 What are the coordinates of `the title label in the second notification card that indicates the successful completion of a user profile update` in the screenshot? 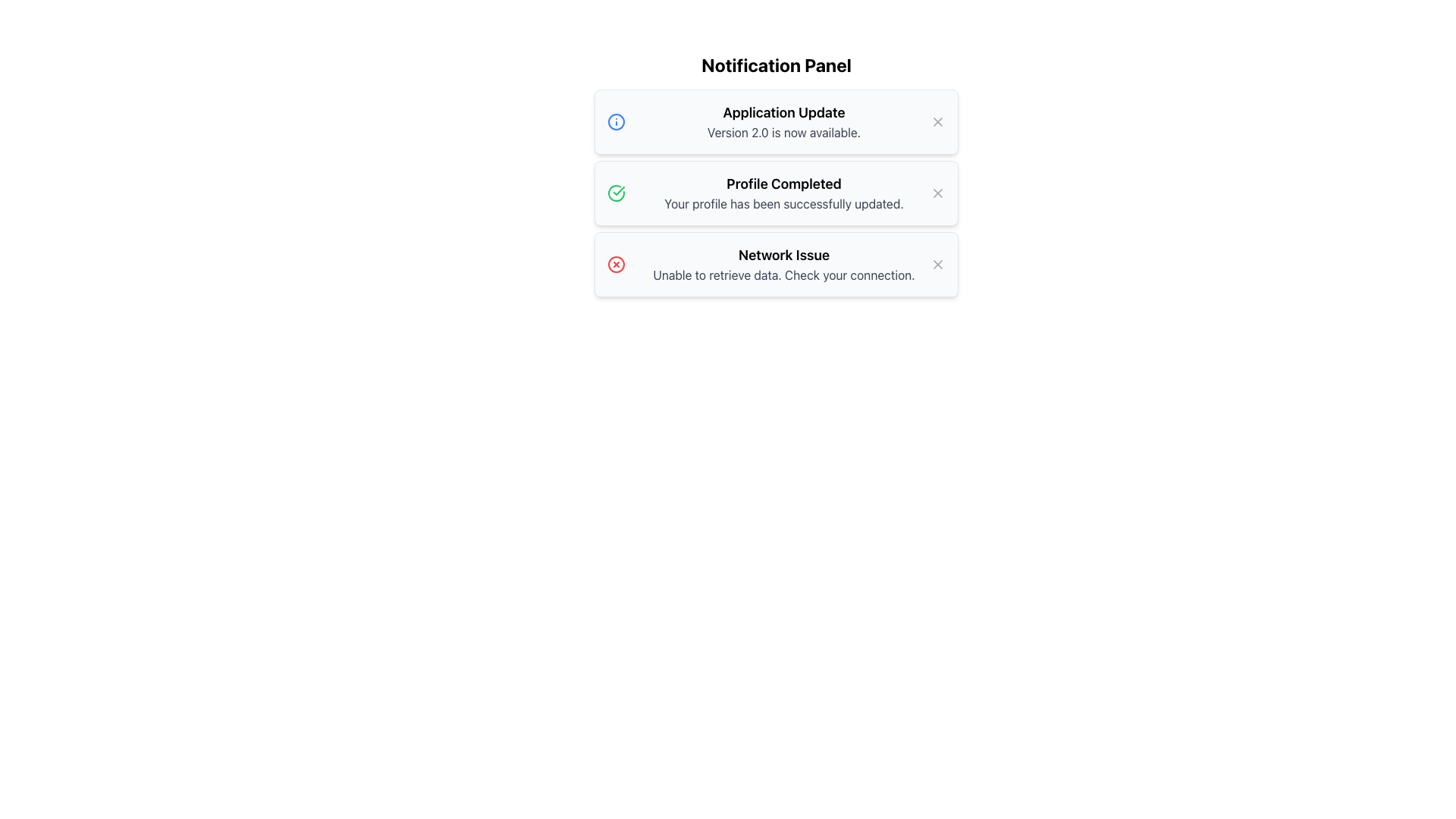 It's located at (783, 184).